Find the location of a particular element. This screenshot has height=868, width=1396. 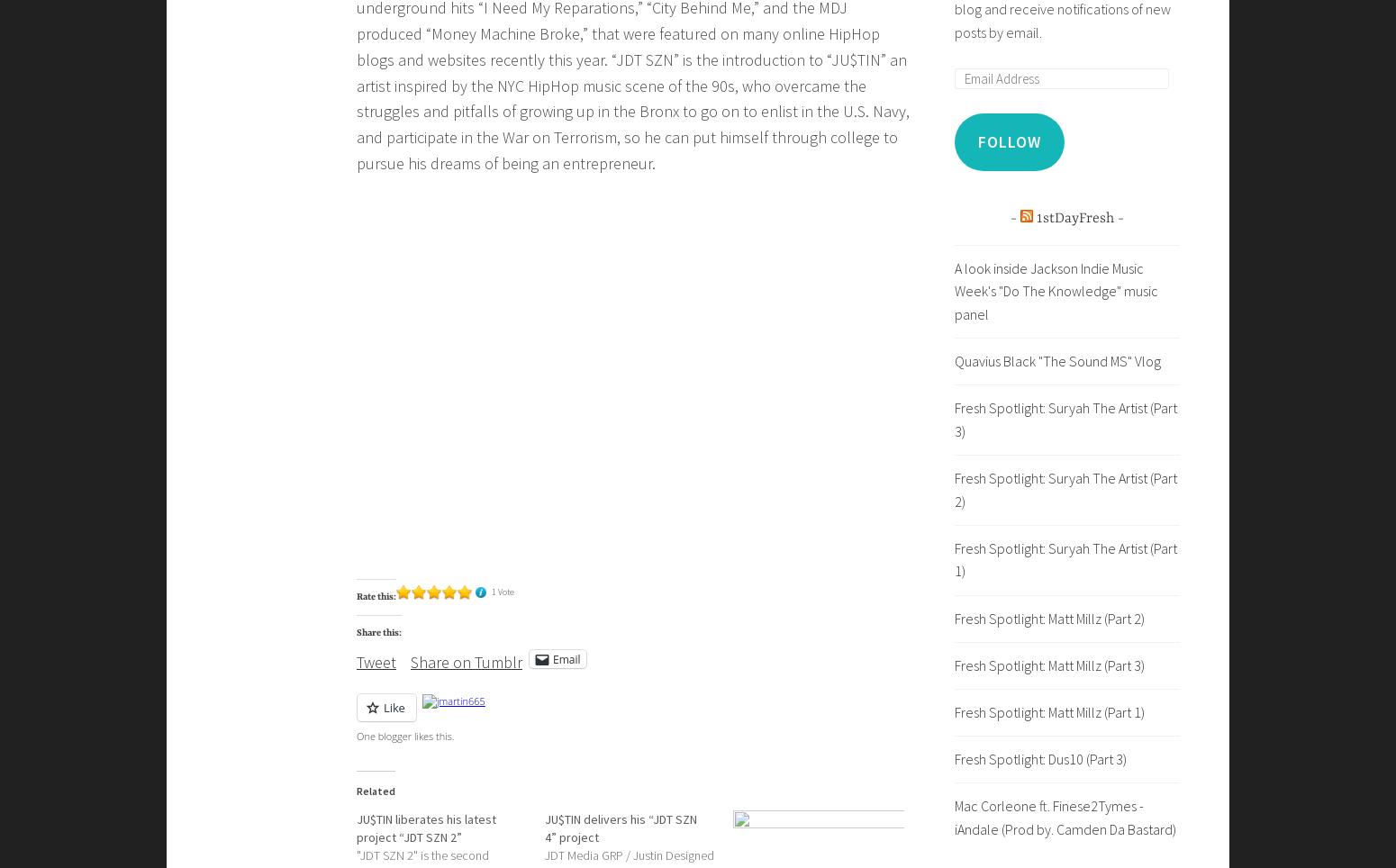

'Fresh Spotlight: Suryah The Artist (Part 1)' is located at coordinates (1065, 559).